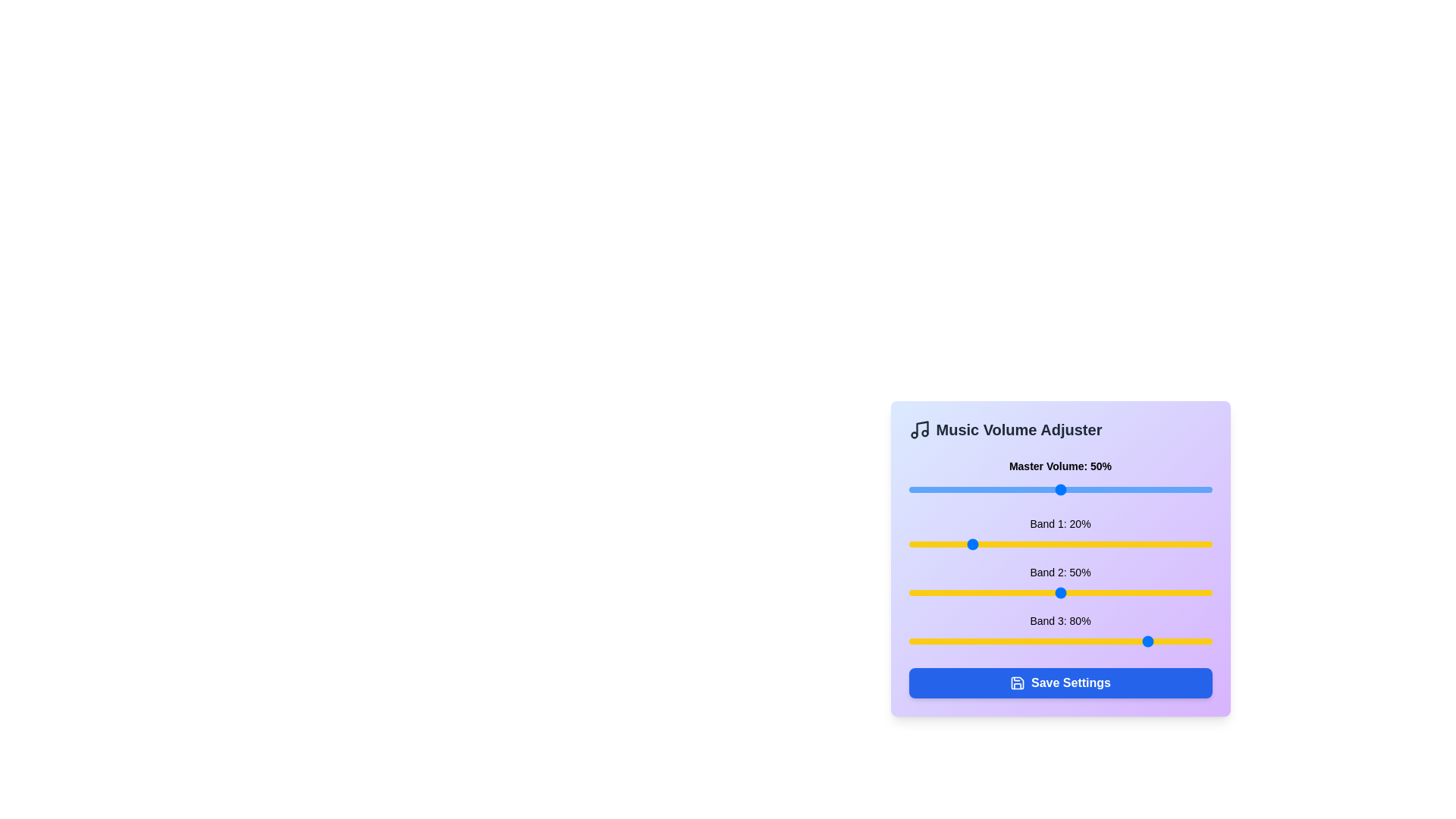 The width and height of the screenshot is (1456, 819). I want to click on 'Band 2' value, so click(1065, 592).